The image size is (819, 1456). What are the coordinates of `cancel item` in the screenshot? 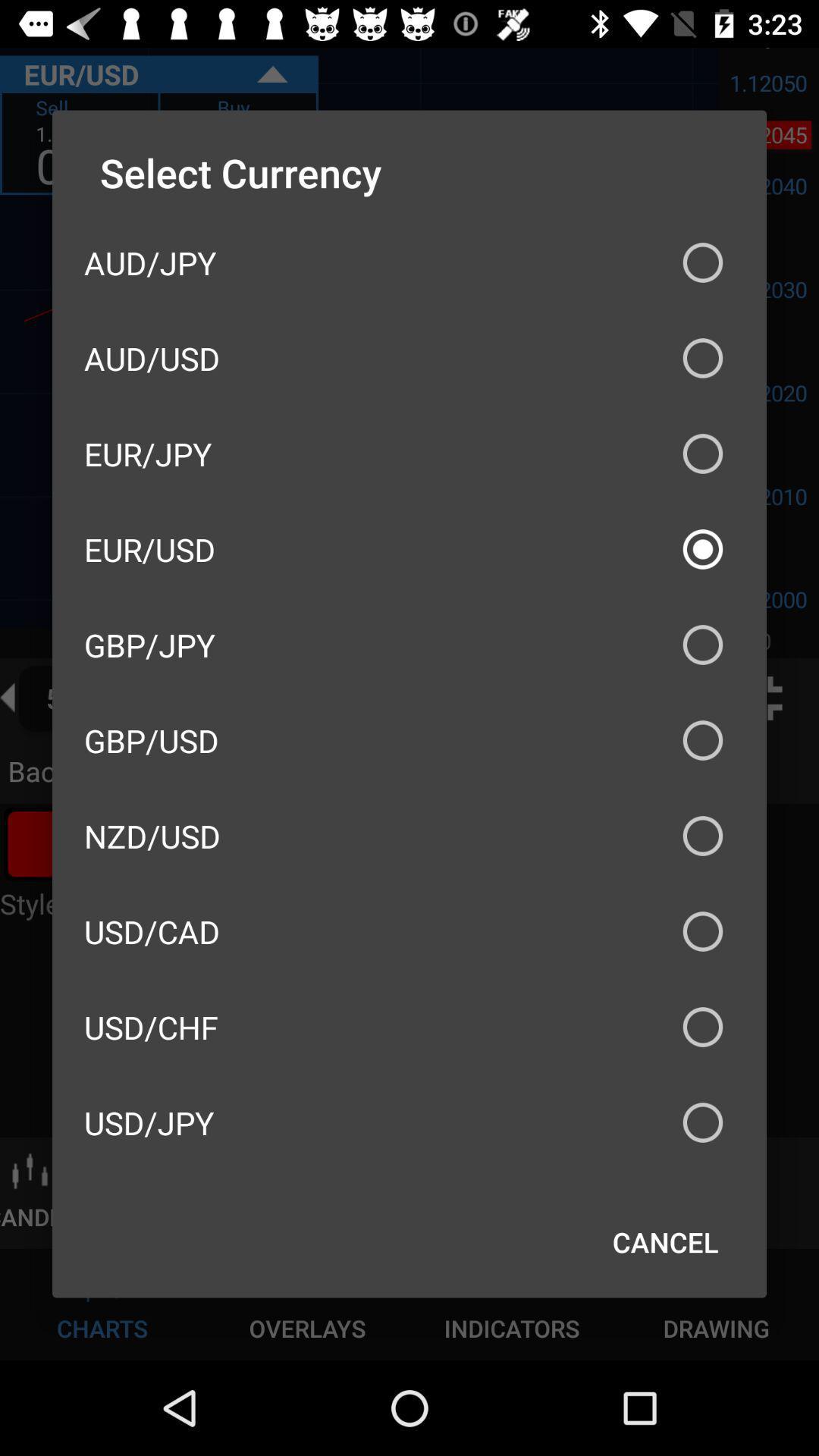 It's located at (664, 1241).